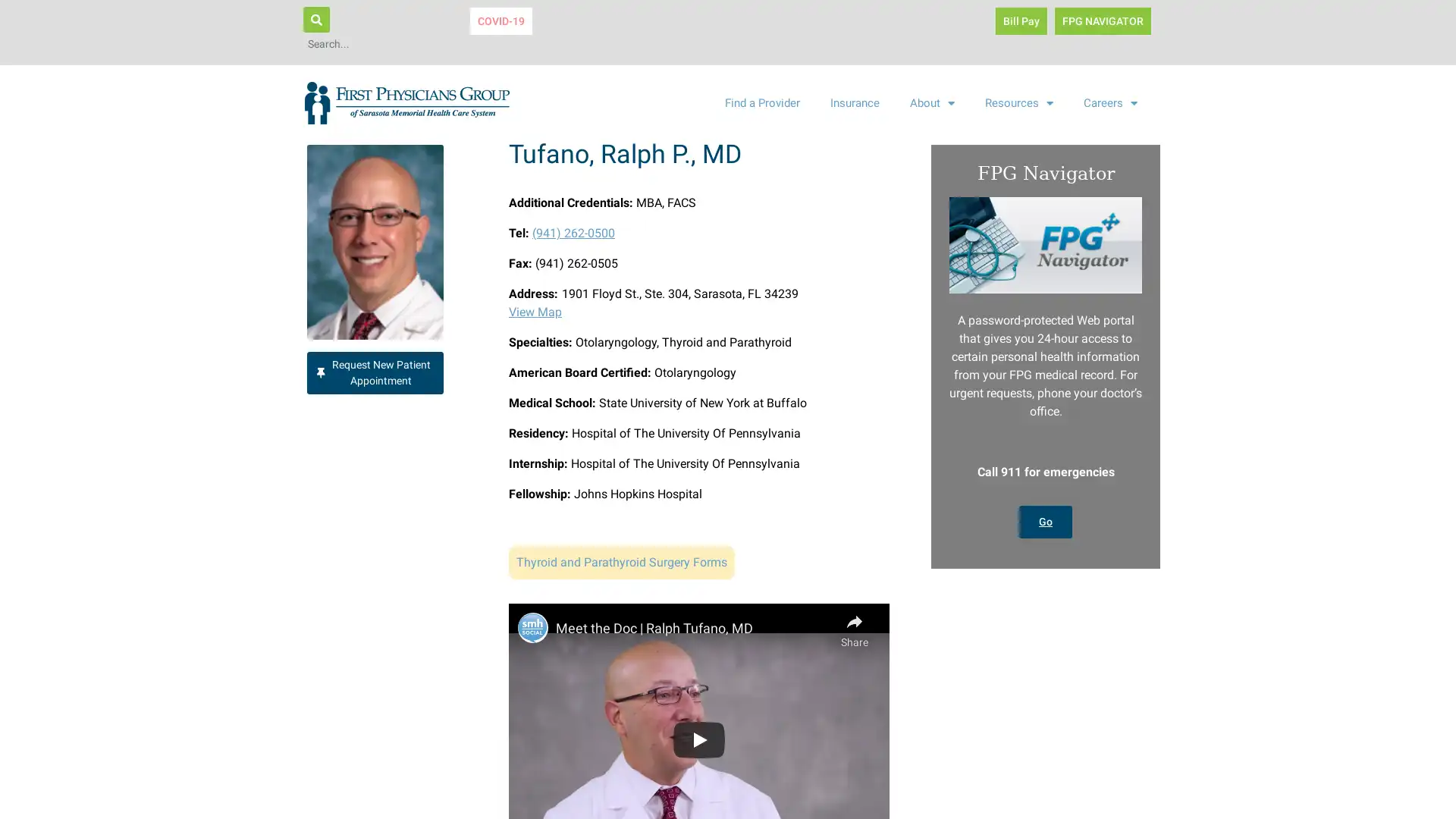 This screenshot has width=1456, height=819. What do you see at coordinates (501, 20) in the screenshot?
I see `COVID-19` at bounding box center [501, 20].